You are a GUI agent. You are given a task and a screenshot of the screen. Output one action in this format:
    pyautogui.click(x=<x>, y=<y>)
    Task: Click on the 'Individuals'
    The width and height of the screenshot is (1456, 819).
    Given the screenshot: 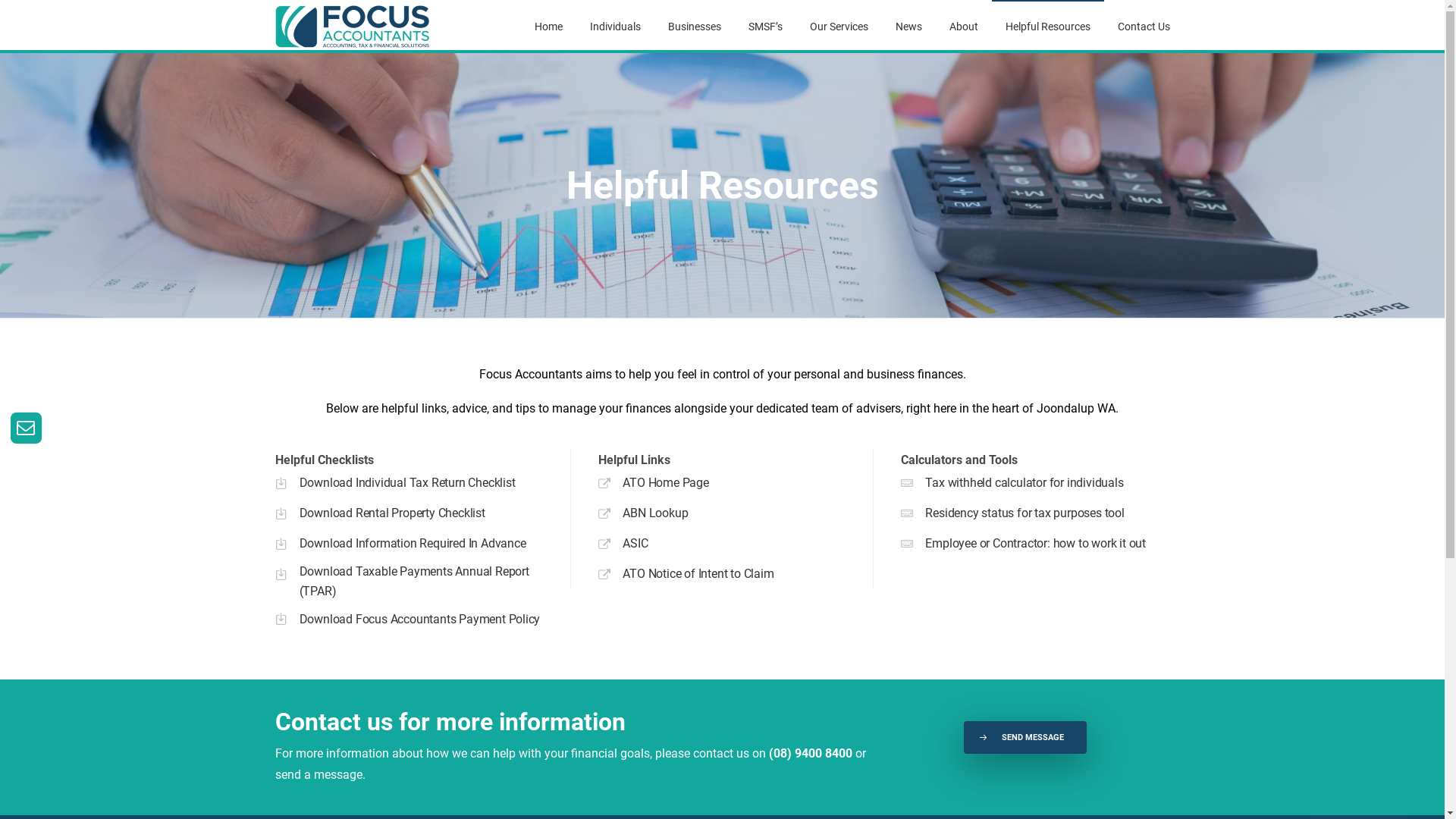 What is the action you would take?
    pyautogui.click(x=588, y=26)
    